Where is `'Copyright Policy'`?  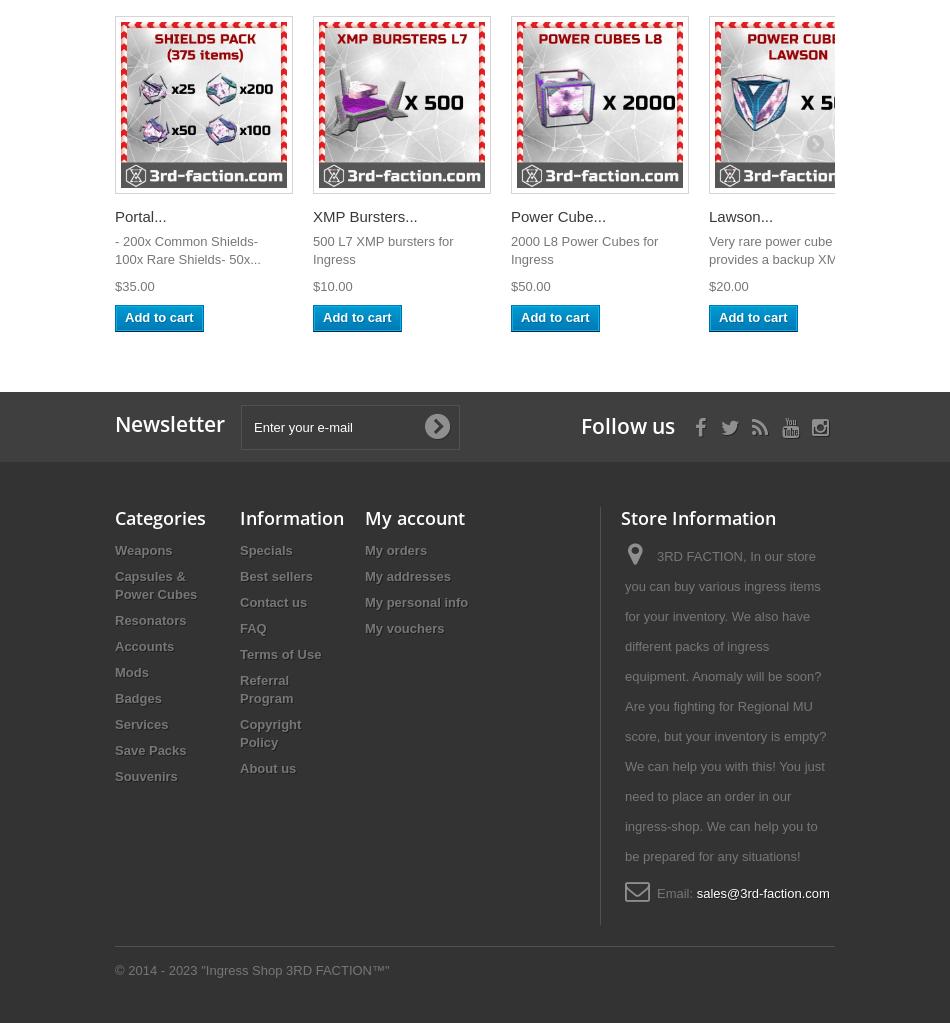
'Copyright Policy' is located at coordinates (238, 733).